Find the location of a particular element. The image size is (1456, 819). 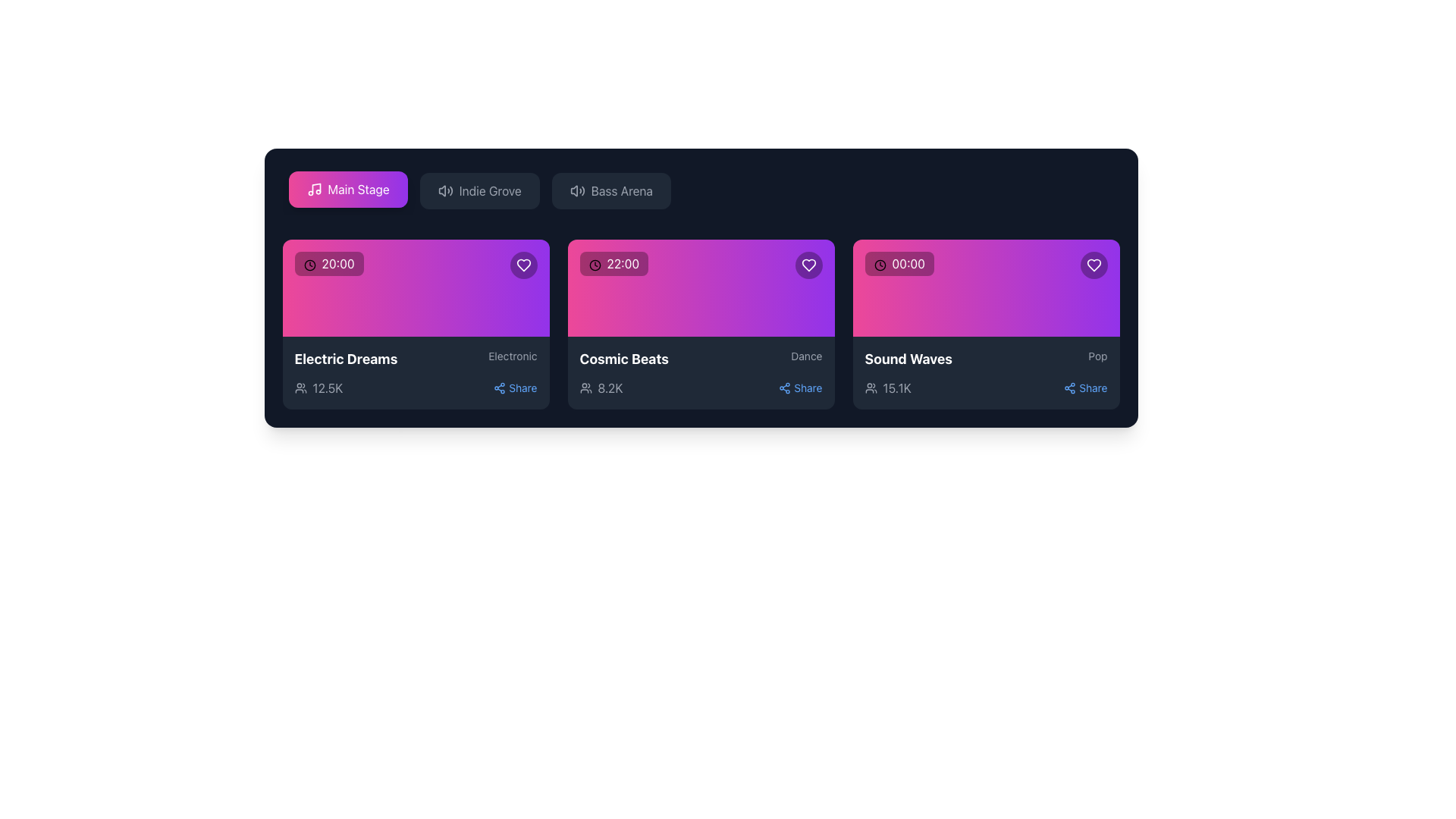

the decorative shape within the music-related SVG icon, which is centrally located and slightly tilted, positioned to the right of a circular shape is located at coordinates (315, 187).